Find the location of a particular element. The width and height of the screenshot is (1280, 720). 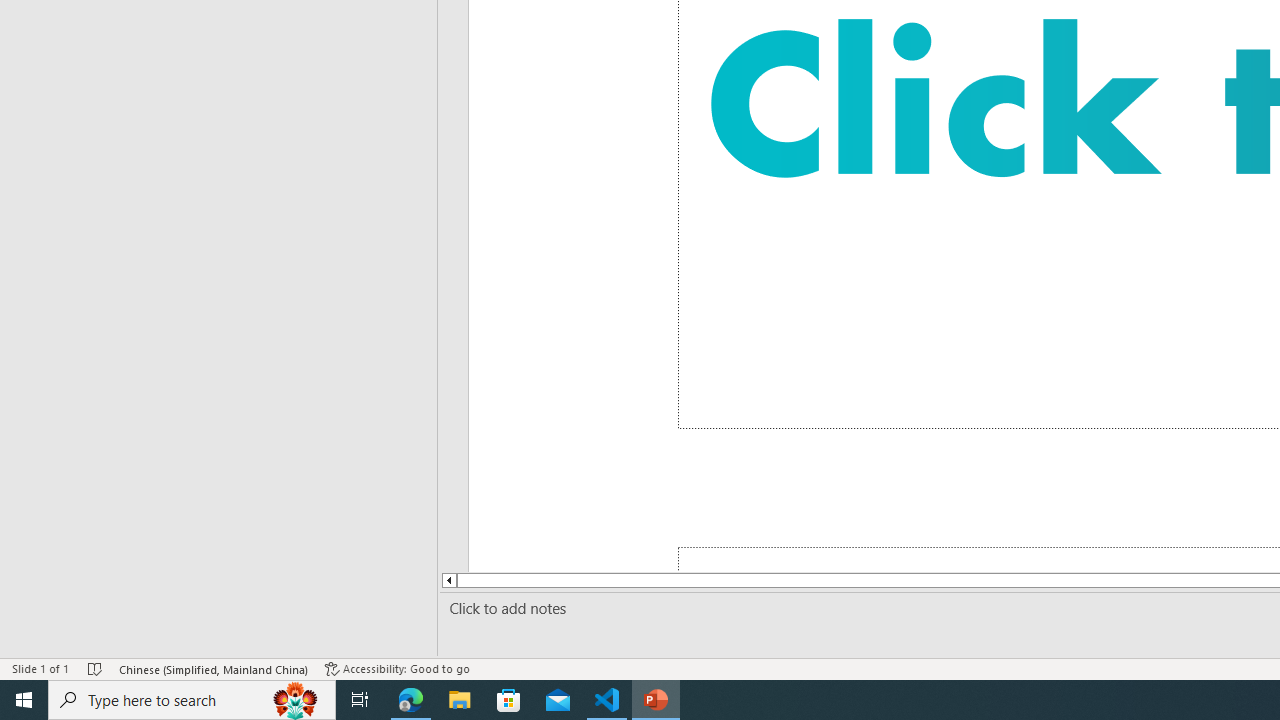

'Spell Check No Errors' is located at coordinates (95, 669).